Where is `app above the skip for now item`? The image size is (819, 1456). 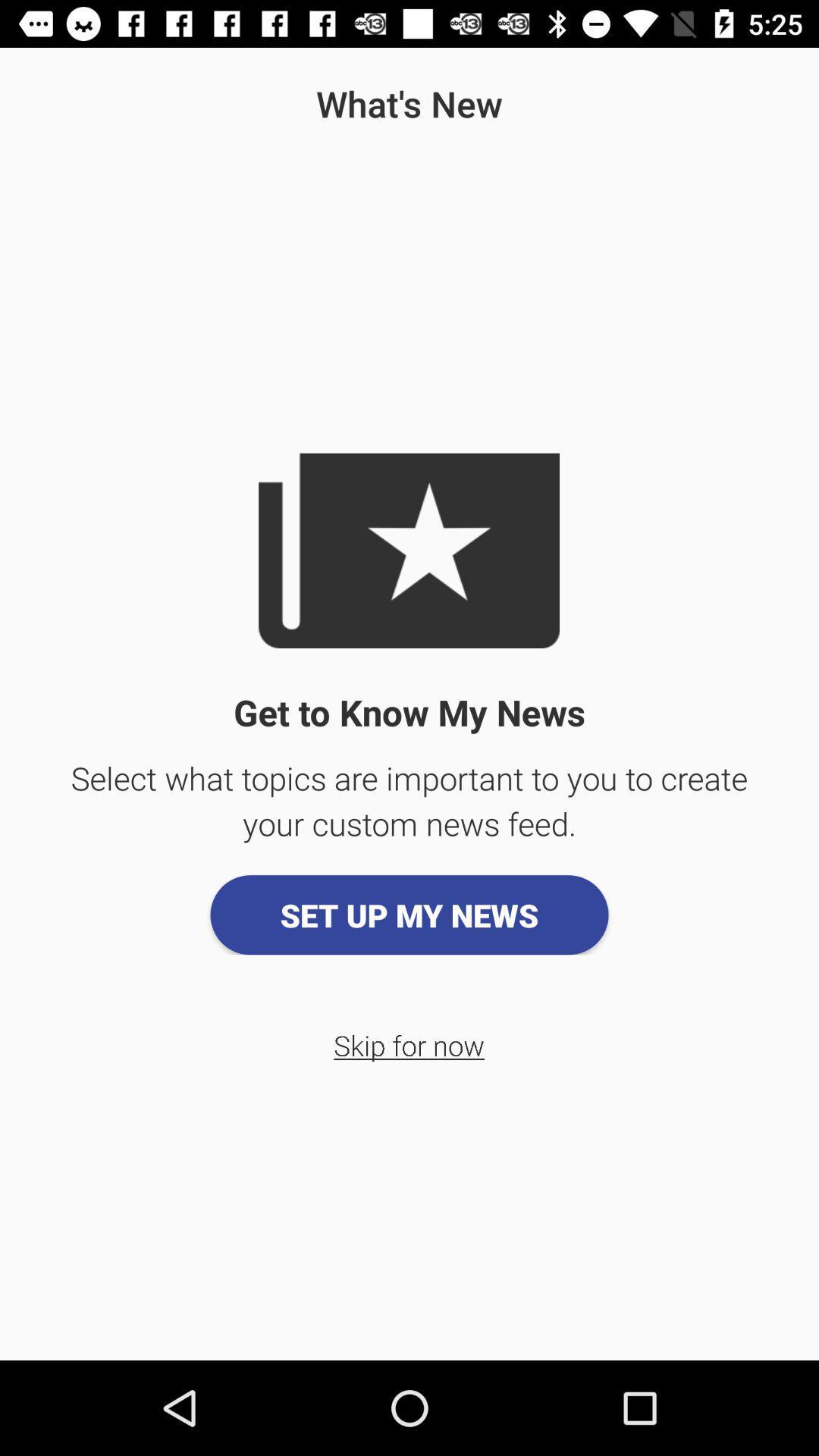 app above the skip for now item is located at coordinates (409, 914).